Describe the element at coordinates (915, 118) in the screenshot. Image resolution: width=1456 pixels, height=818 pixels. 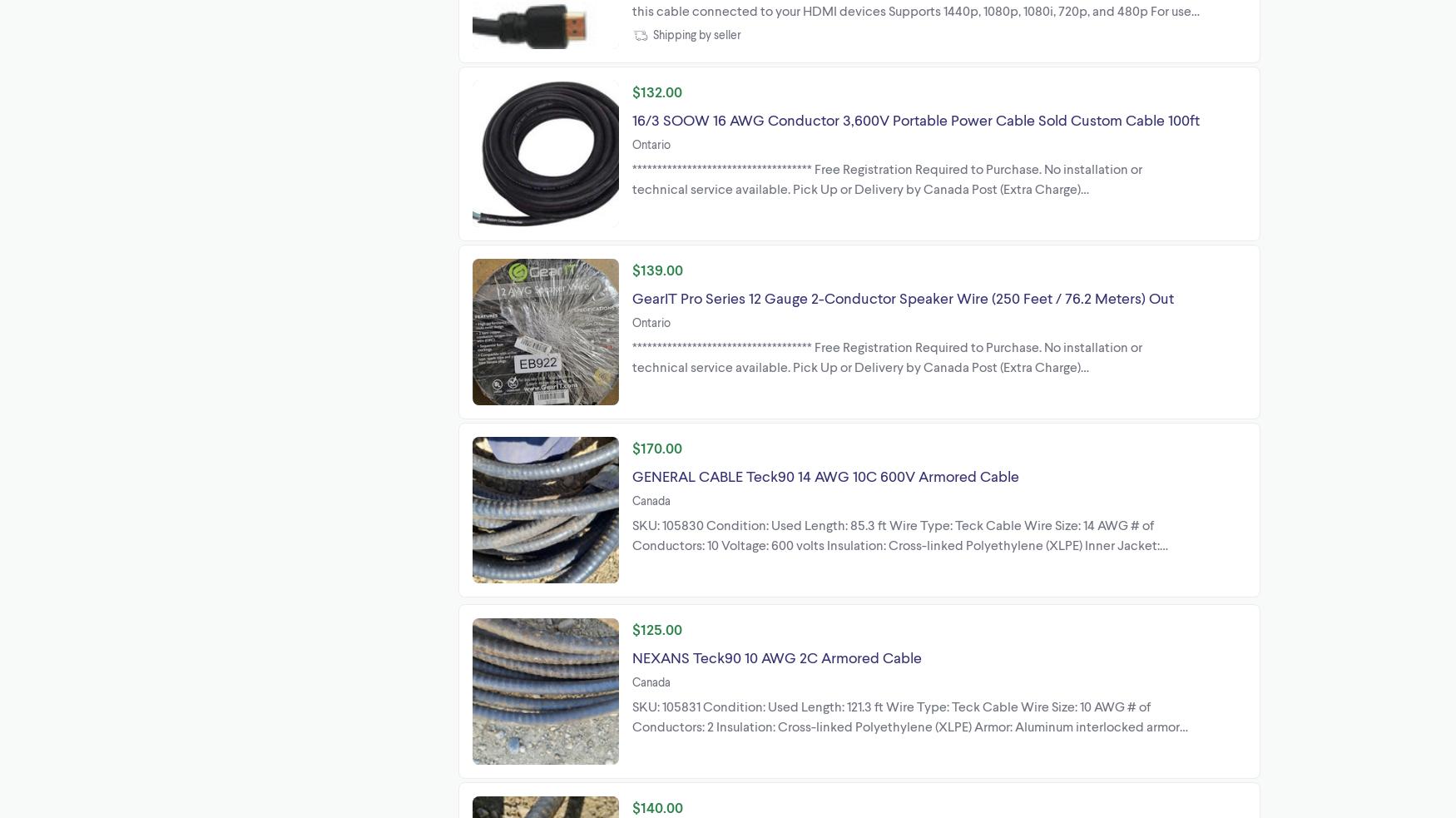
I see `'16/3 SOOW 16 AWG Conductor 3,600V Portable Power Cable Sold Custom Cable 100ft'` at that location.